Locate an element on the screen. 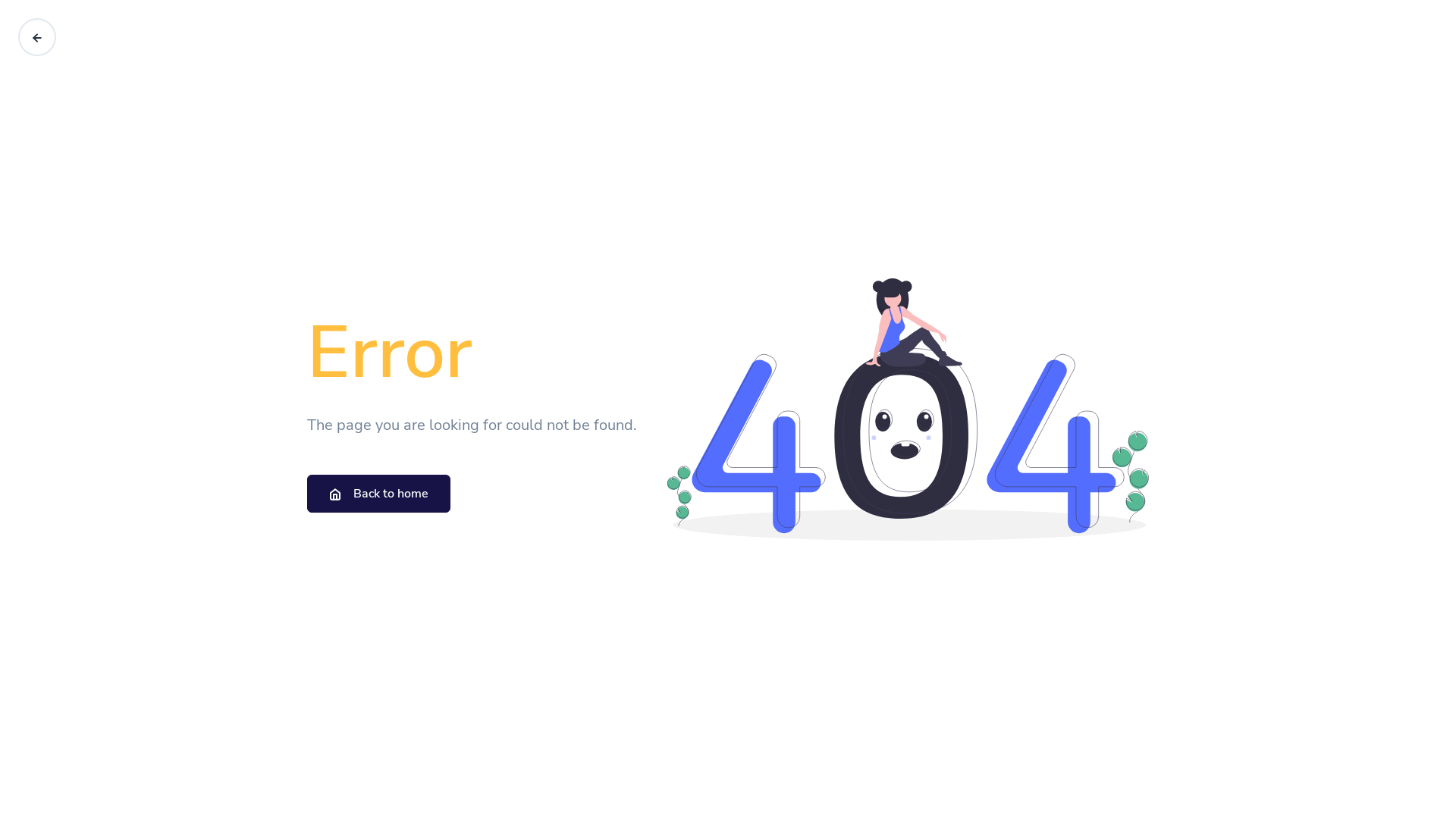  'Back to home' is located at coordinates (306, 494).